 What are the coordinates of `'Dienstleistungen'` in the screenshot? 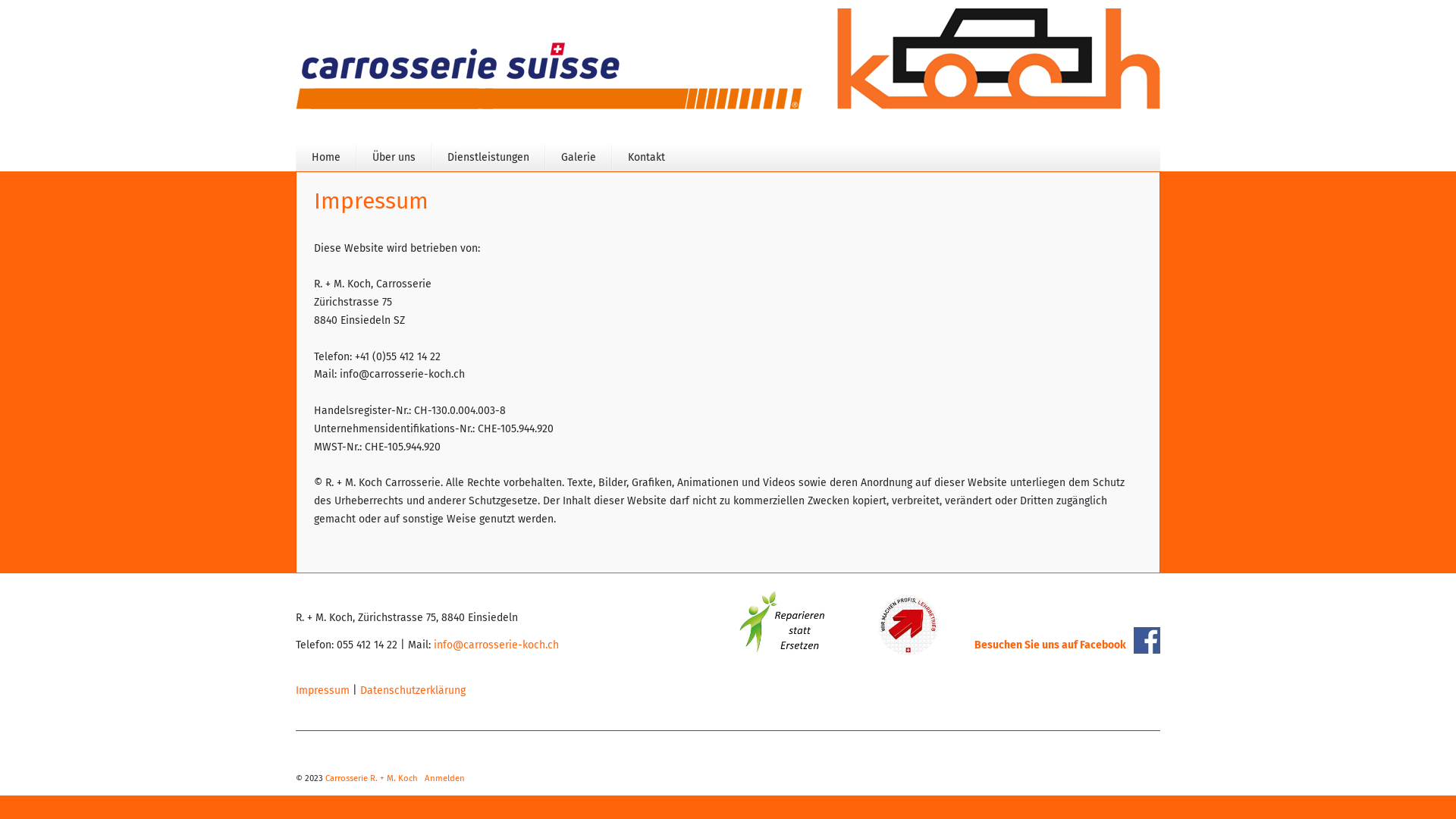 It's located at (488, 158).